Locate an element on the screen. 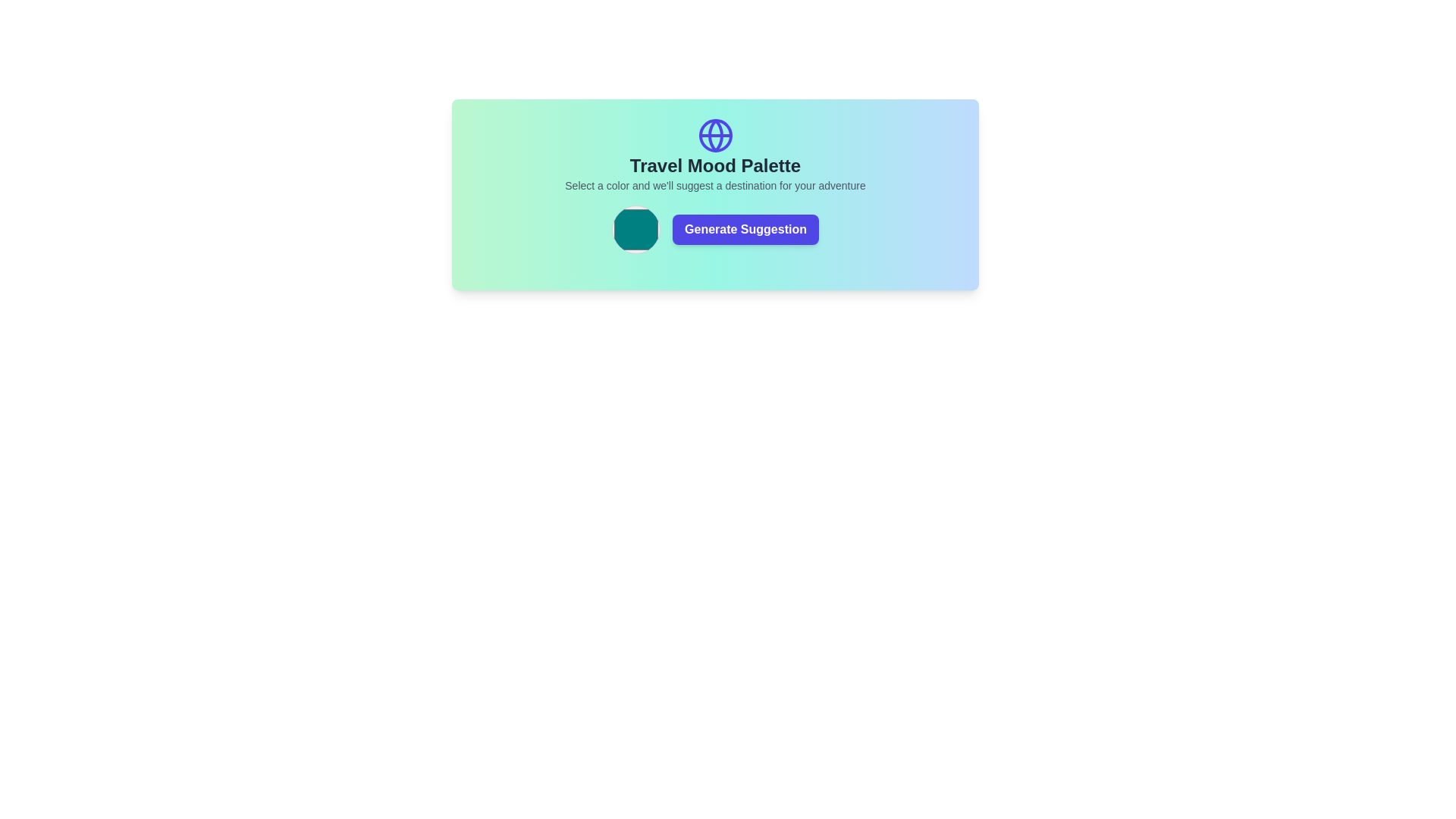 This screenshot has width=1456, height=819. the 'Travel Mood Palette' text block with an icon that contains a globe icon and a subtitle about color selection is located at coordinates (714, 155).